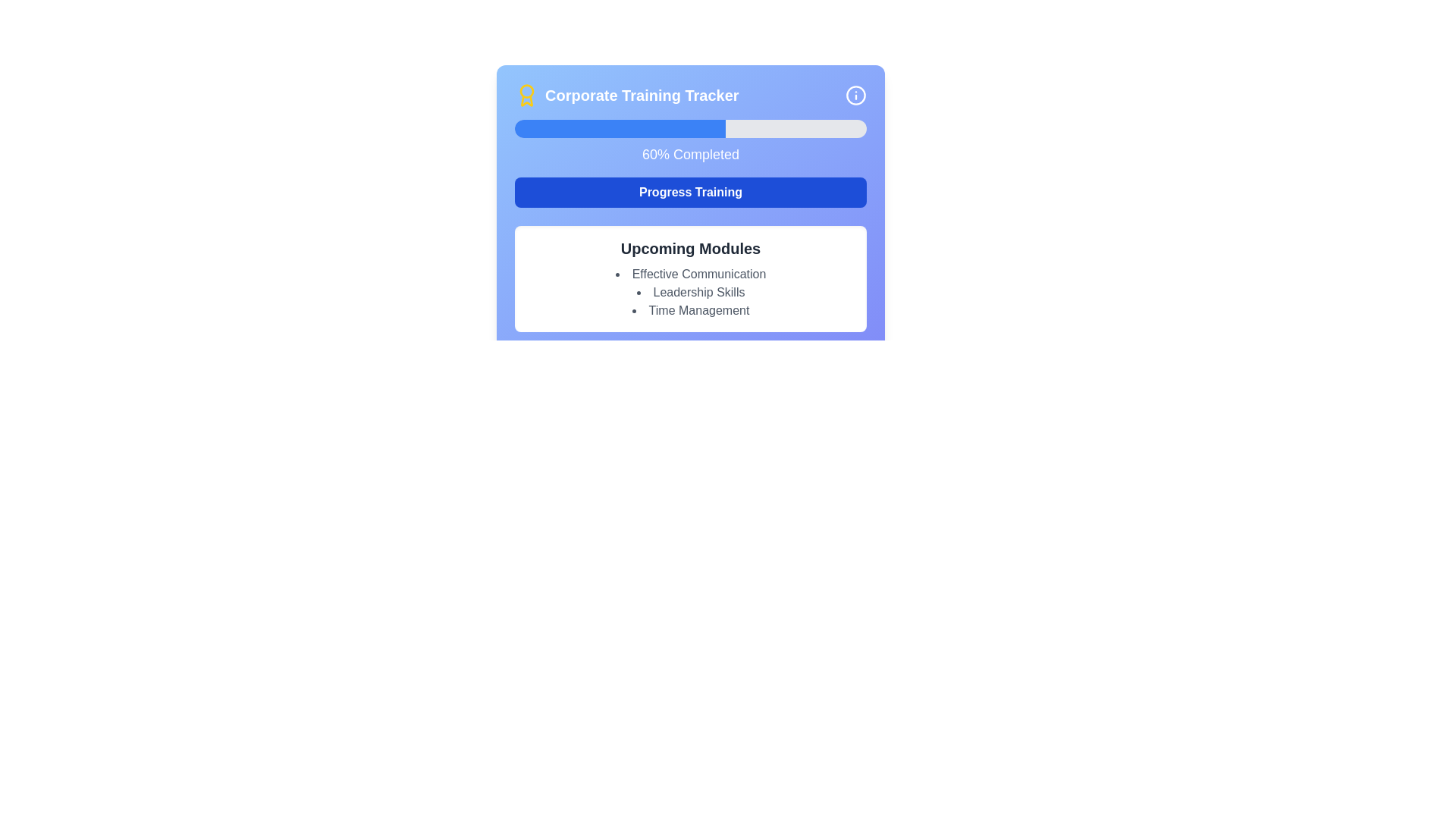  I want to click on the text label 'Leadership Skills' which is the second item in a bulleted list under 'Upcoming Modules', so click(690, 292).